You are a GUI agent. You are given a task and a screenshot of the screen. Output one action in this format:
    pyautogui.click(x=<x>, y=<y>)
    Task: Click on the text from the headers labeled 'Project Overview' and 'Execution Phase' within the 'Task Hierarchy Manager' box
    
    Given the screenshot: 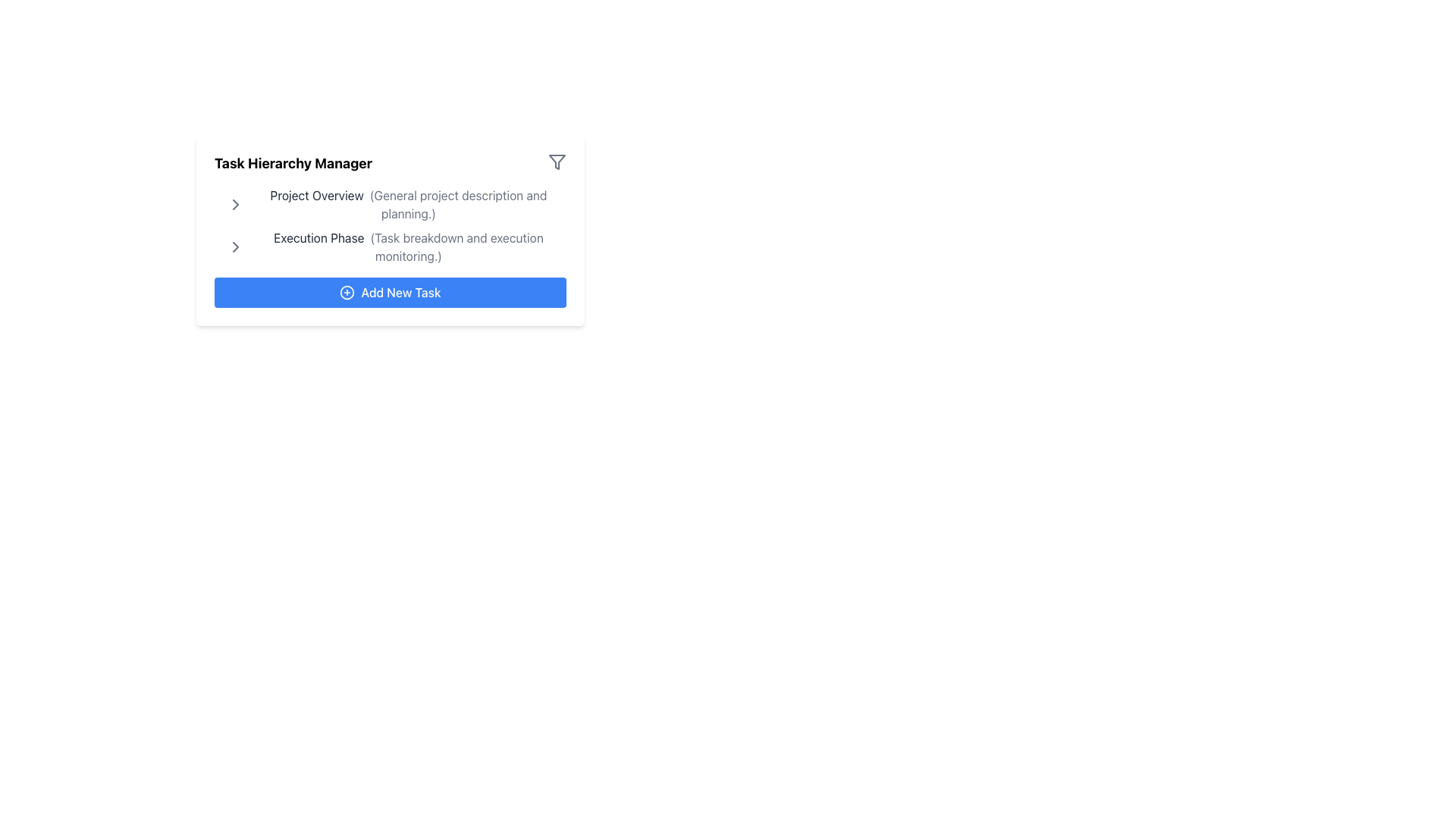 What is the action you would take?
    pyautogui.click(x=397, y=225)
    